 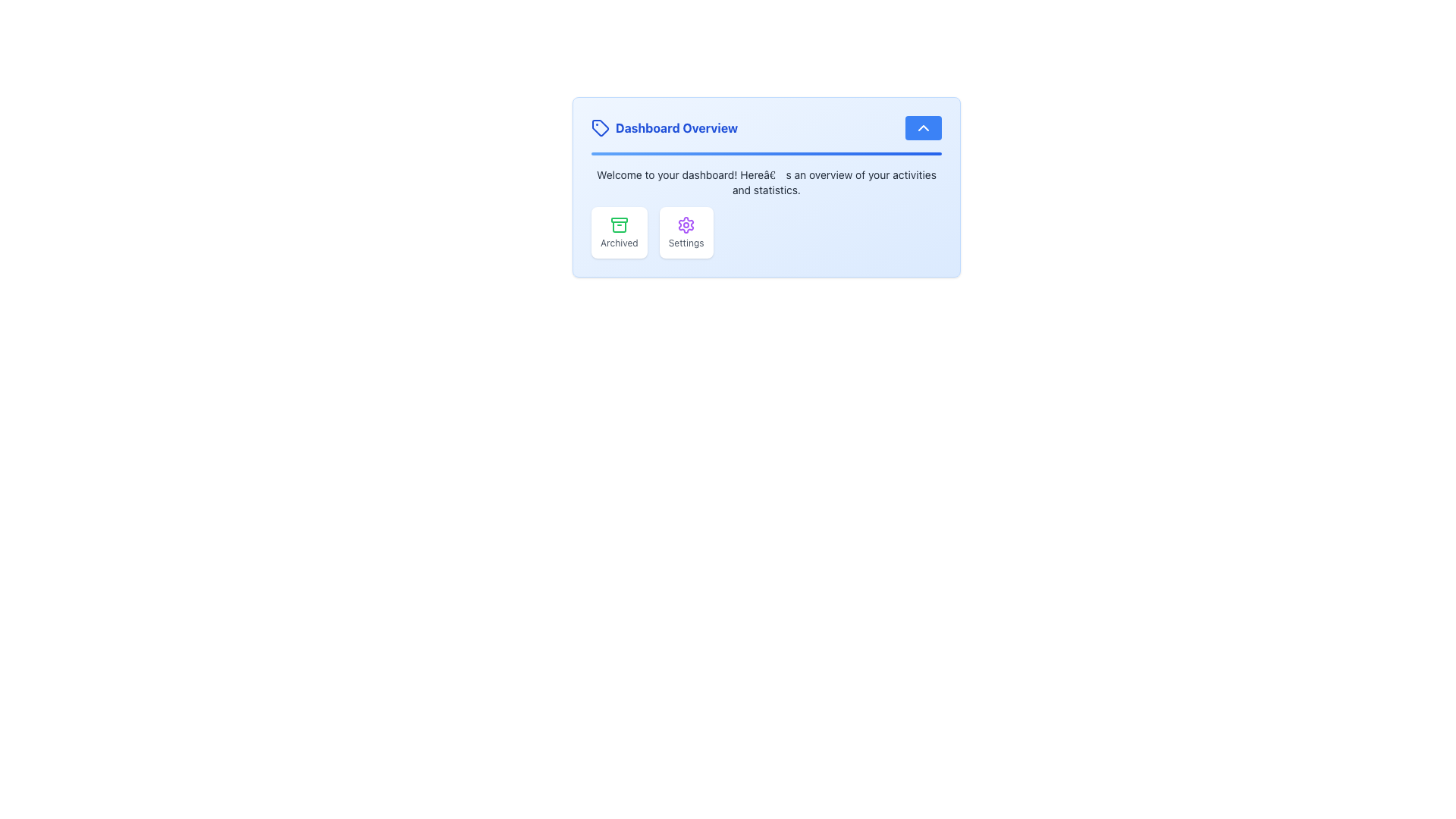 I want to click on the settings button, which is the second item in a horizontal group of options located immediately to the right of the 'Archived' button with a green icon, so click(x=686, y=233).